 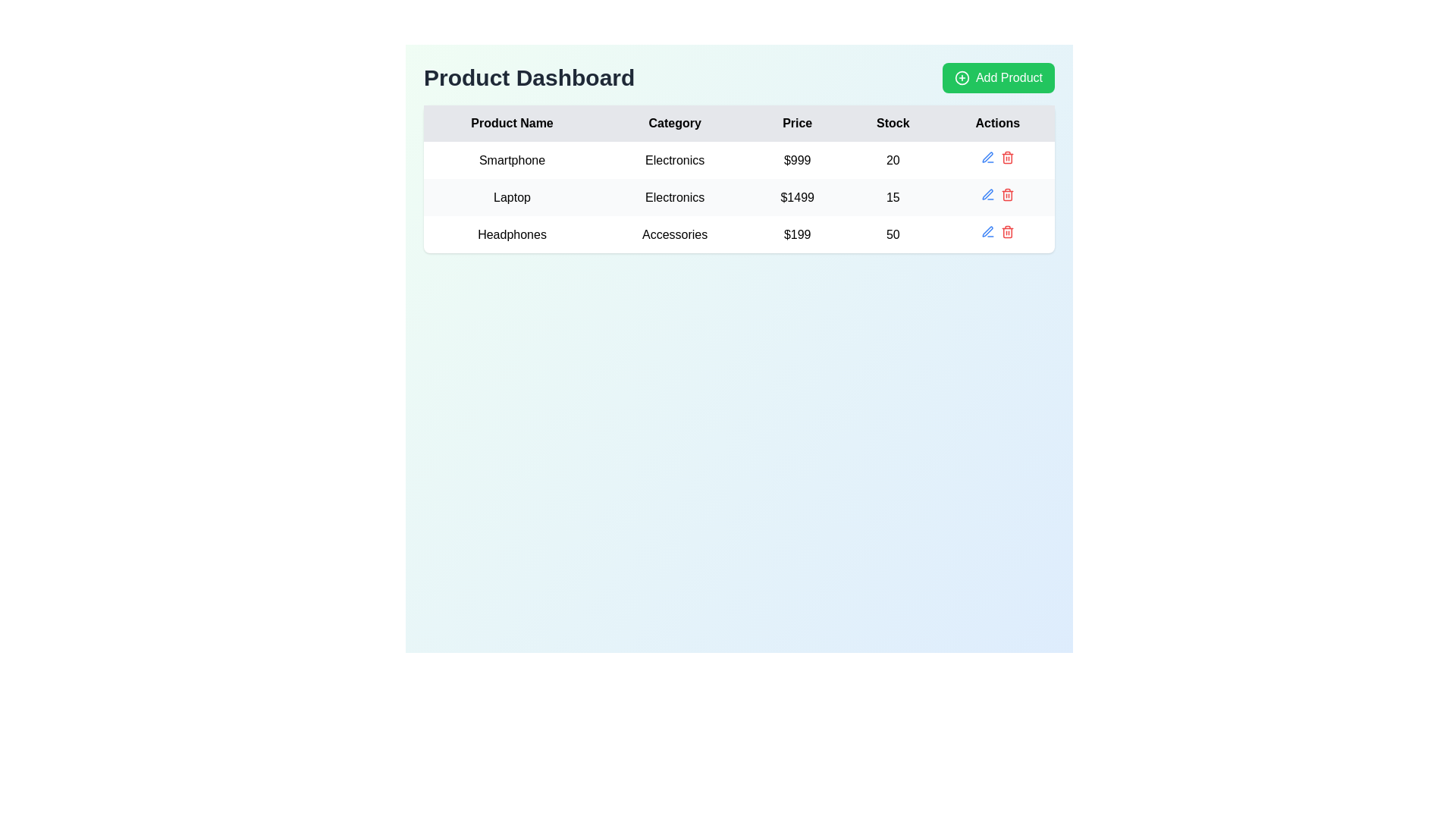 What do you see at coordinates (674, 122) in the screenshot?
I see `the Text Label that is the second column header from the left in the table, positioned between 'Product Name' and 'Price'` at bounding box center [674, 122].